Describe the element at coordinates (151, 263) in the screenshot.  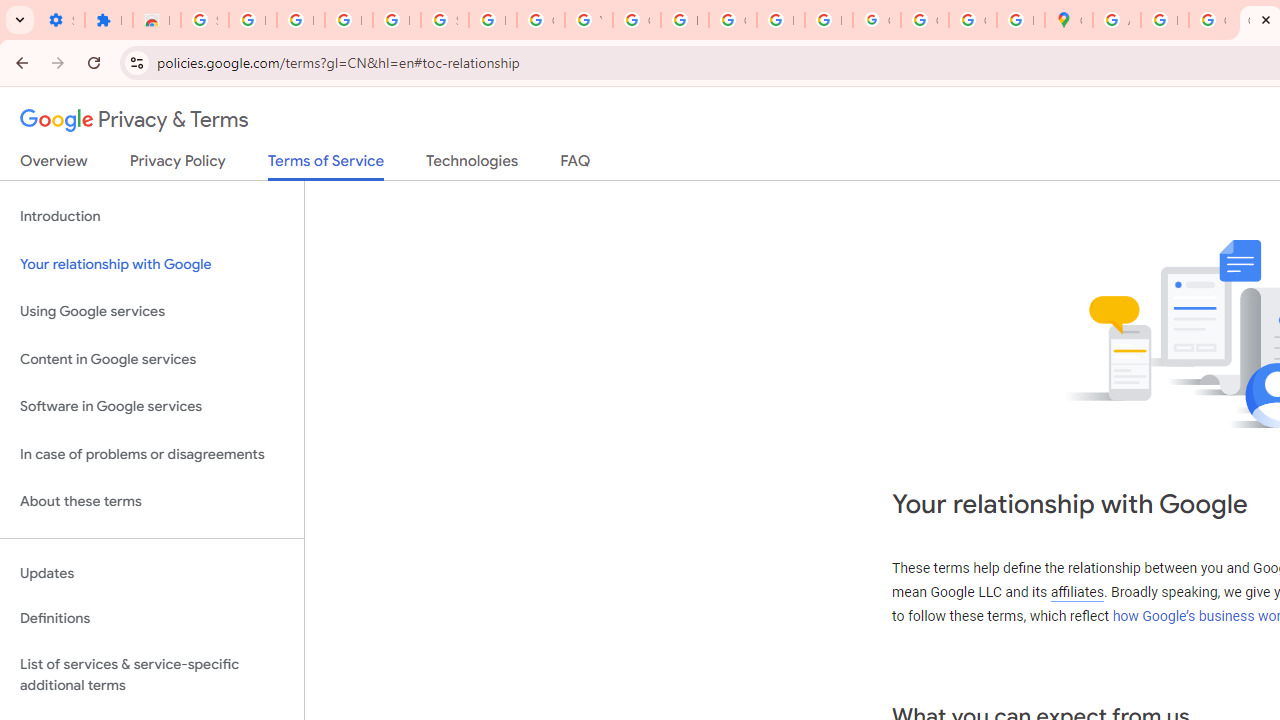
I see `'Your relationship with Google'` at that location.